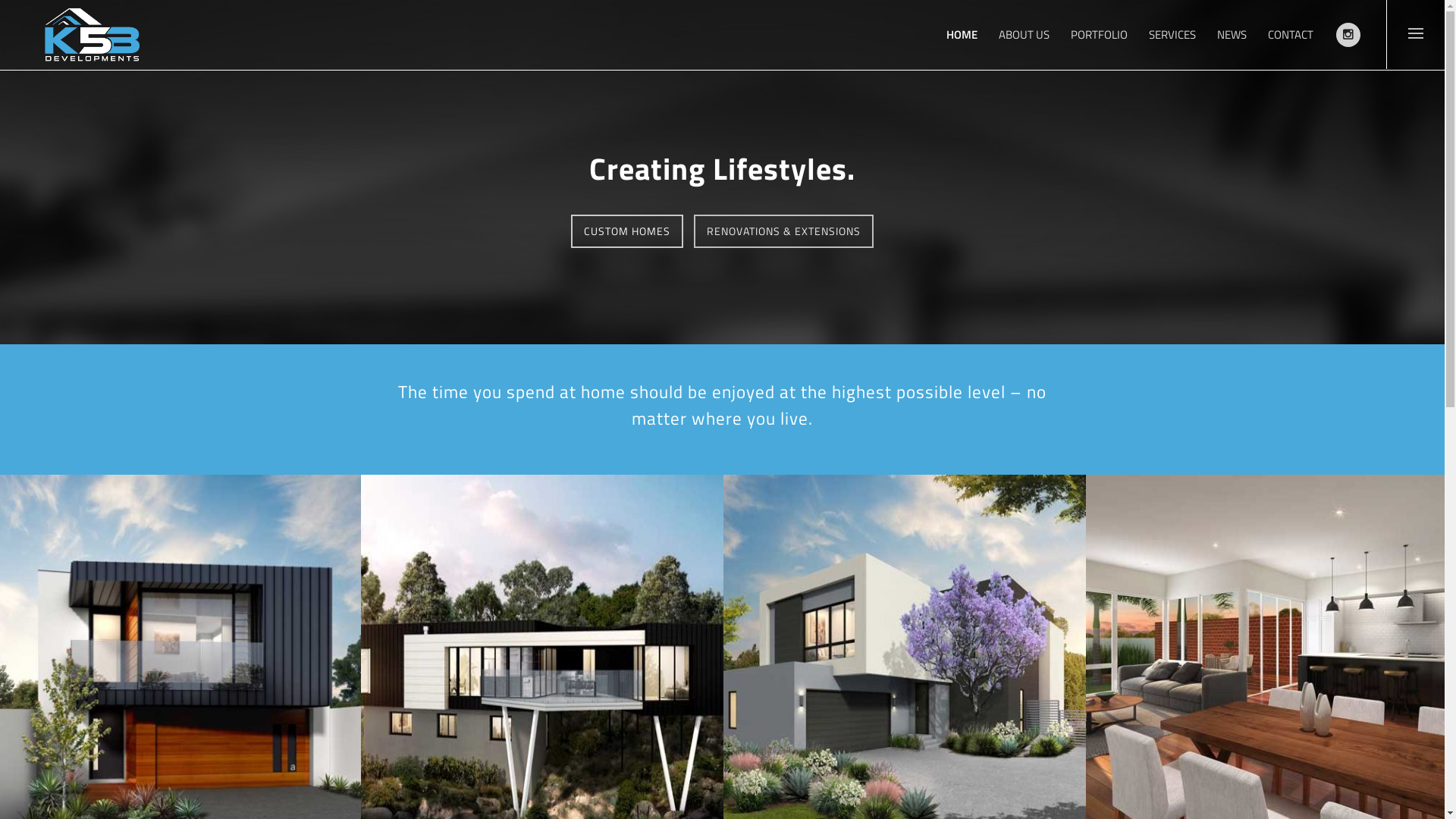 The height and width of the screenshot is (819, 1456). Describe the element at coordinates (570, 231) in the screenshot. I see `'CUSTOM HOMES'` at that location.